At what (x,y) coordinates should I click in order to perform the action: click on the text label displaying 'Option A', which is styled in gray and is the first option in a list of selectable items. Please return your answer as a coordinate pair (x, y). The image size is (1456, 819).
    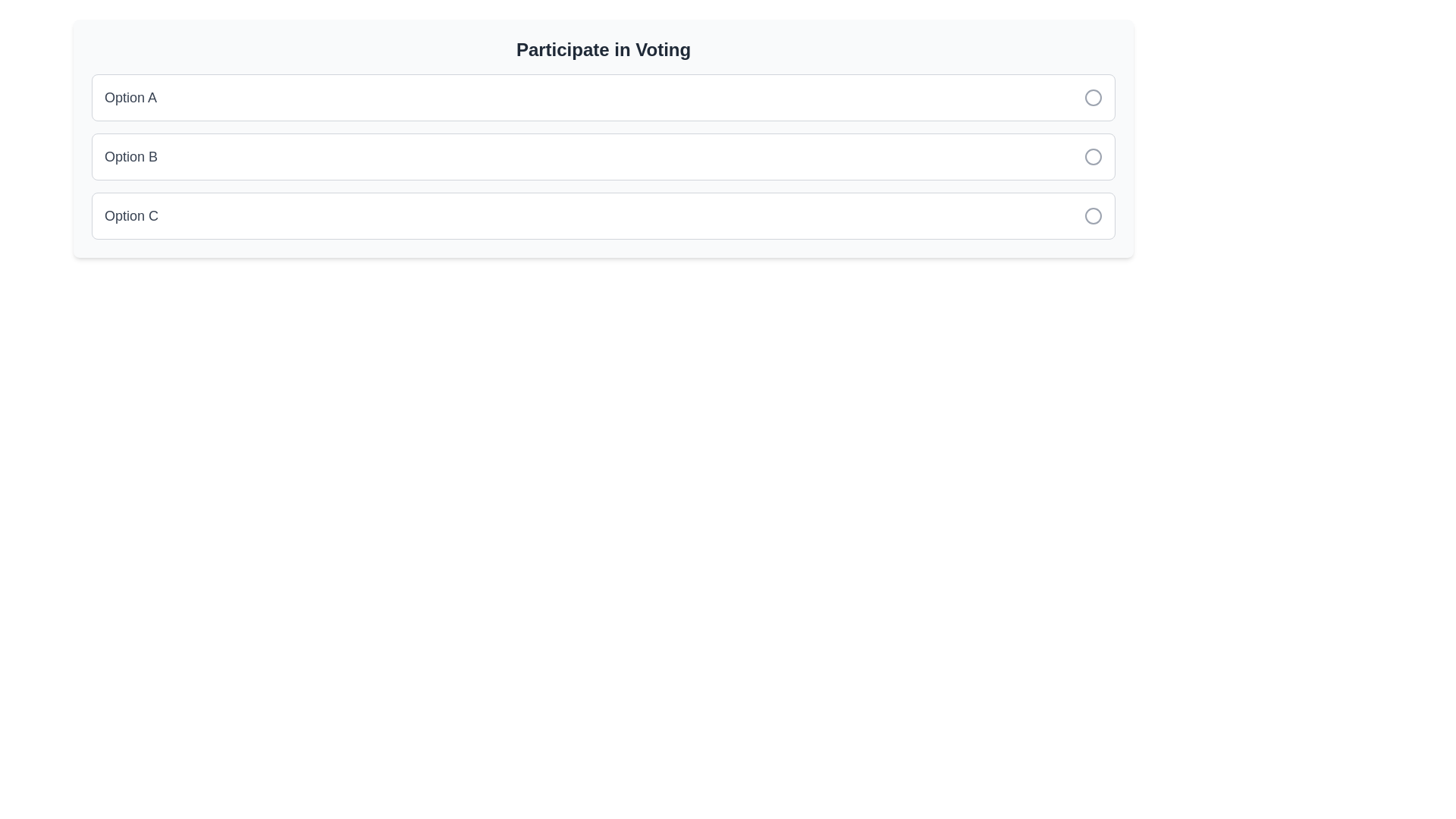
    Looking at the image, I should click on (130, 97).